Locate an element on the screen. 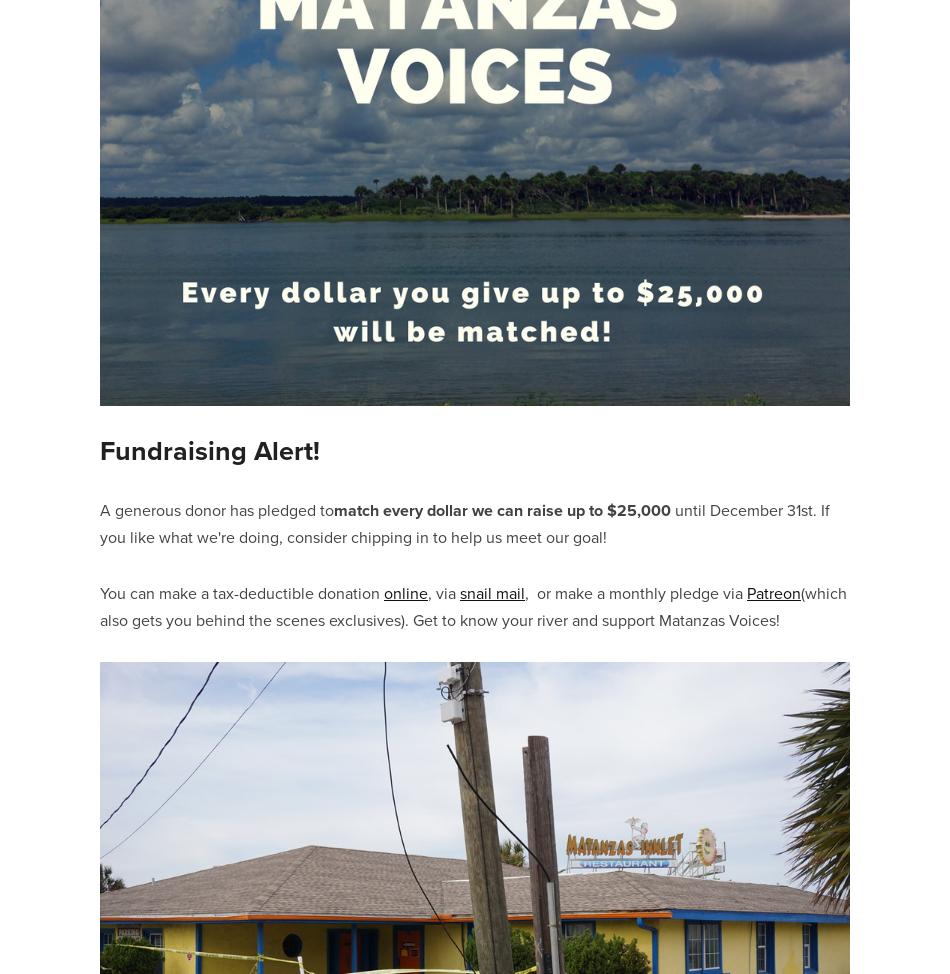 Image resolution: width=950 pixels, height=974 pixels. 'snail mail' is located at coordinates (492, 591).